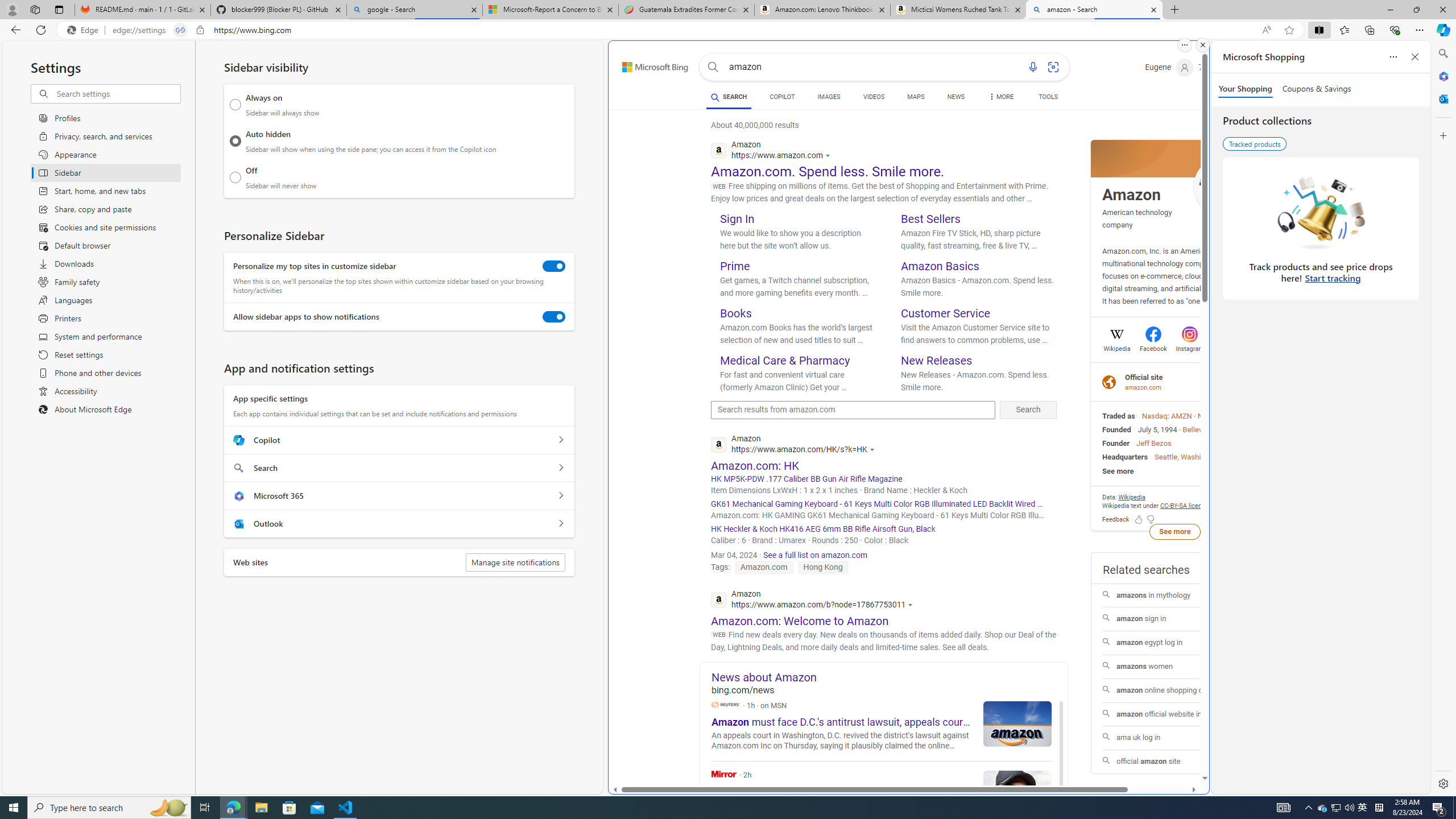  What do you see at coordinates (1174, 594) in the screenshot?
I see `'amazons in mythology'` at bounding box center [1174, 594].